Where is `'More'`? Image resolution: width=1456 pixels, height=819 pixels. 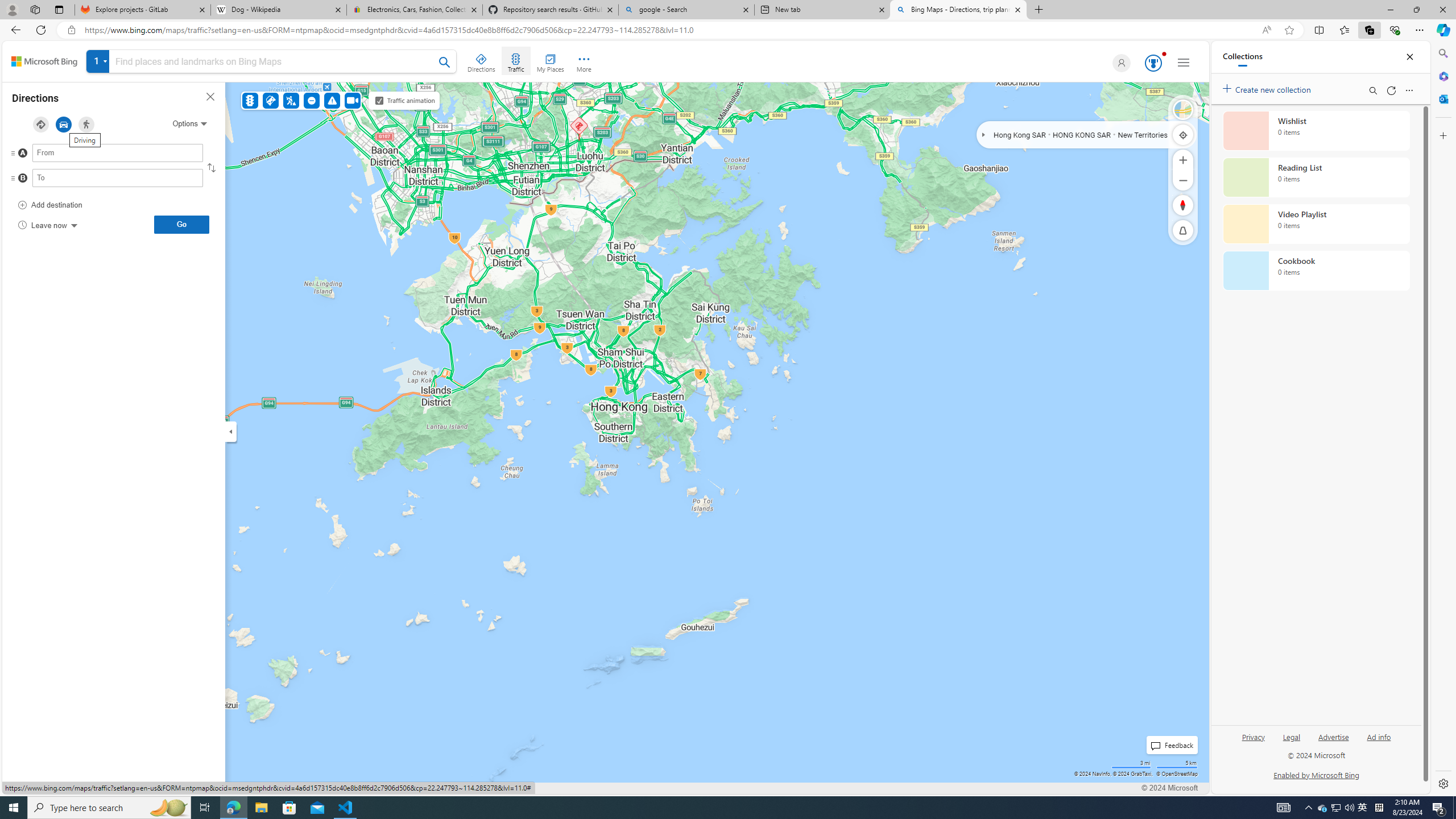
'More' is located at coordinates (584, 61).